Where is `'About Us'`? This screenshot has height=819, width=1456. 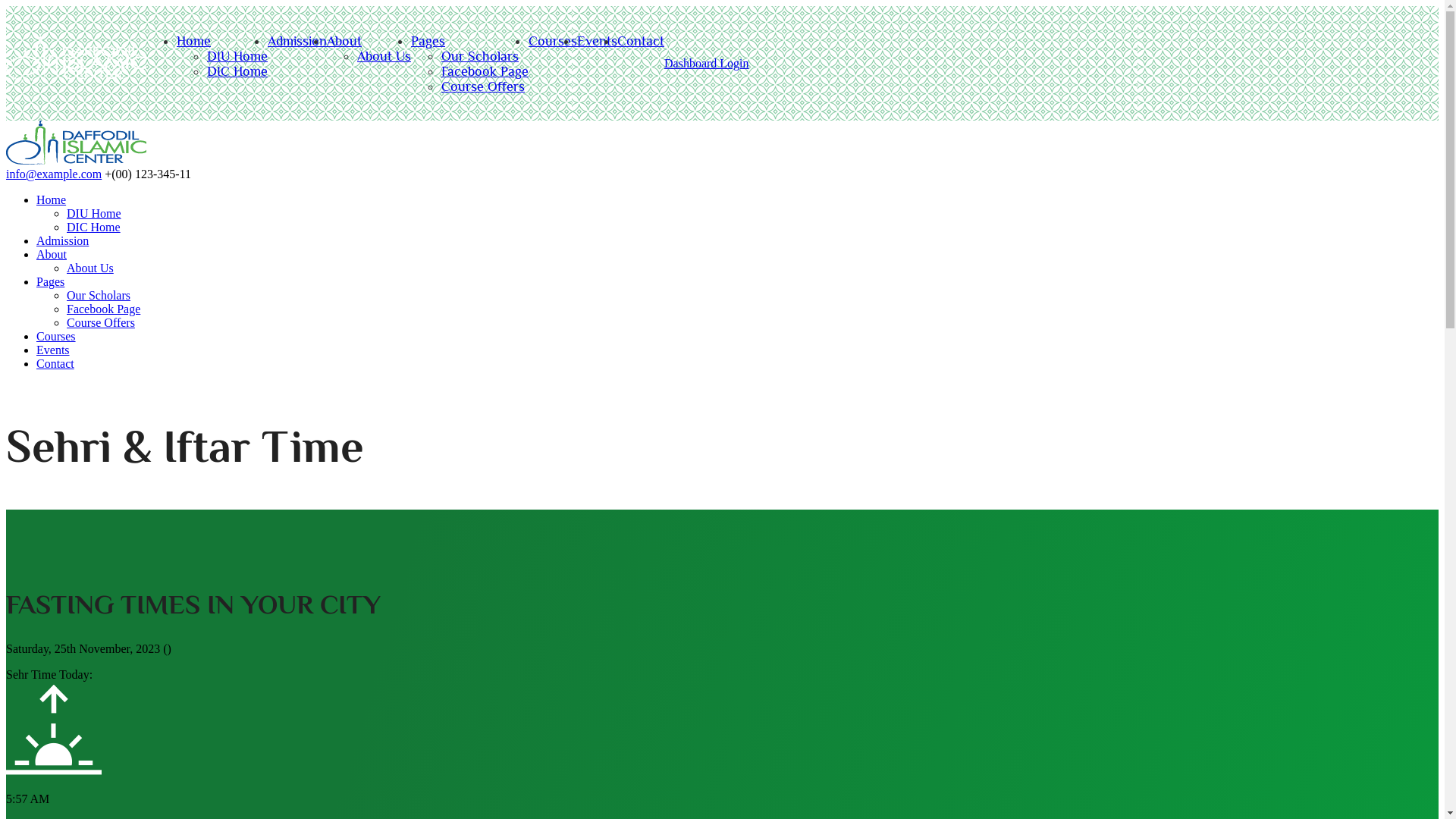 'About Us' is located at coordinates (89, 267).